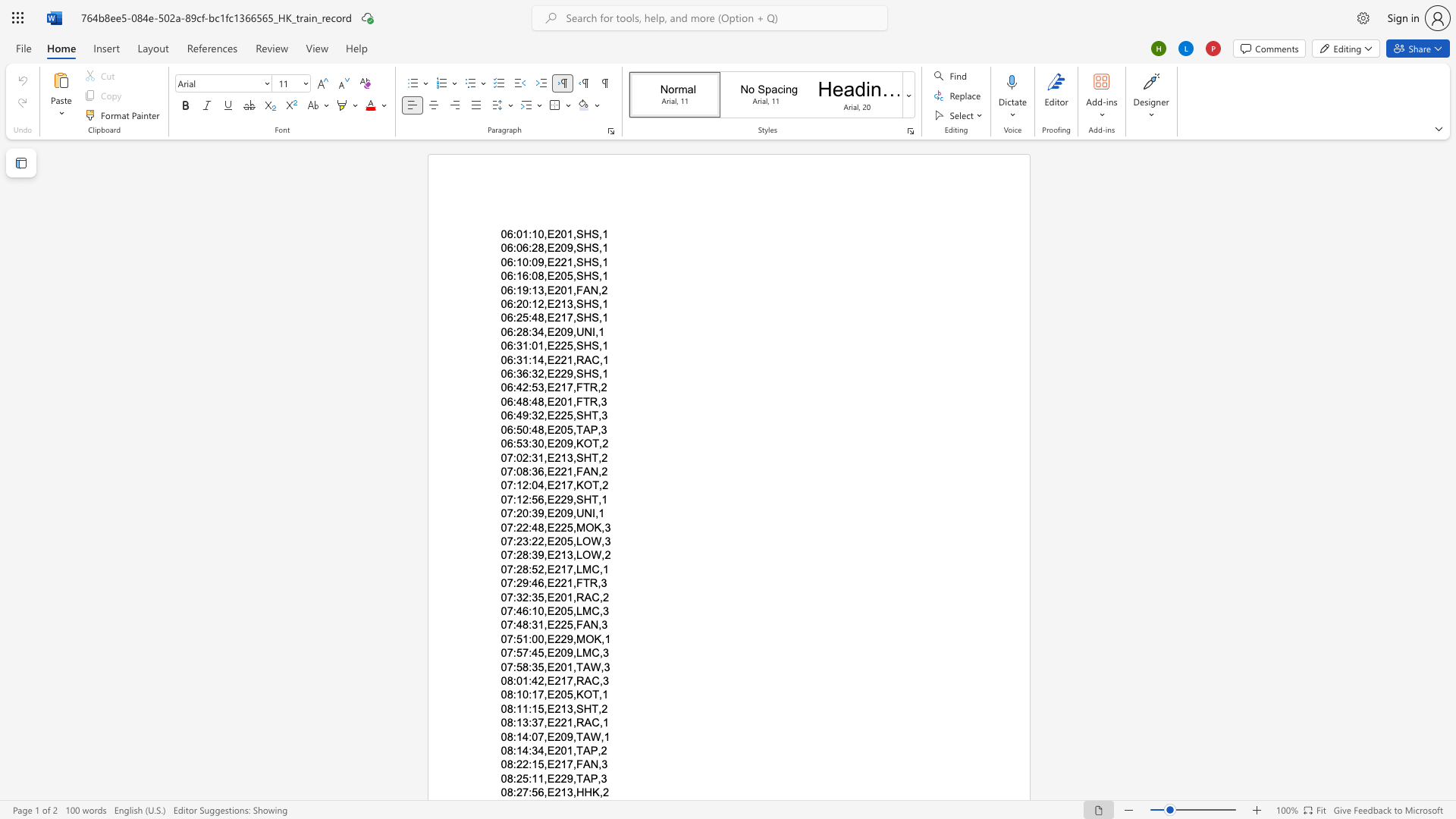 This screenshot has width=1456, height=819. Describe the element at coordinates (544, 234) in the screenshot. I see `the subset text ",E201,S" within the text "06:01:10,E201,SHS,1"` at that location.